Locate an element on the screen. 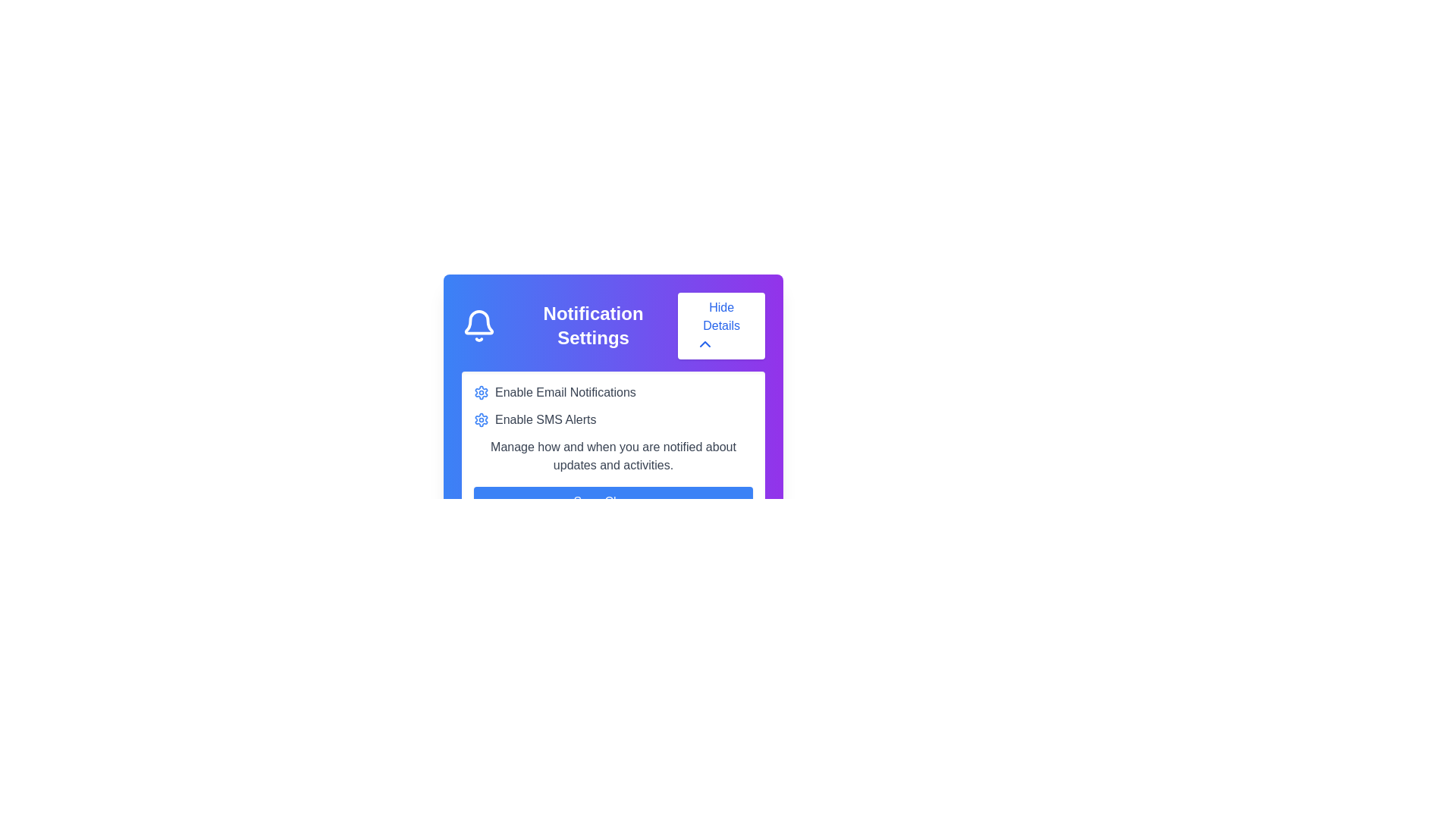 The image size is (1456, 819). the label with icon that conveys the setting option for enabling email notifications, located at the top of the vertical list of settings is located at coordinates (613, 391).